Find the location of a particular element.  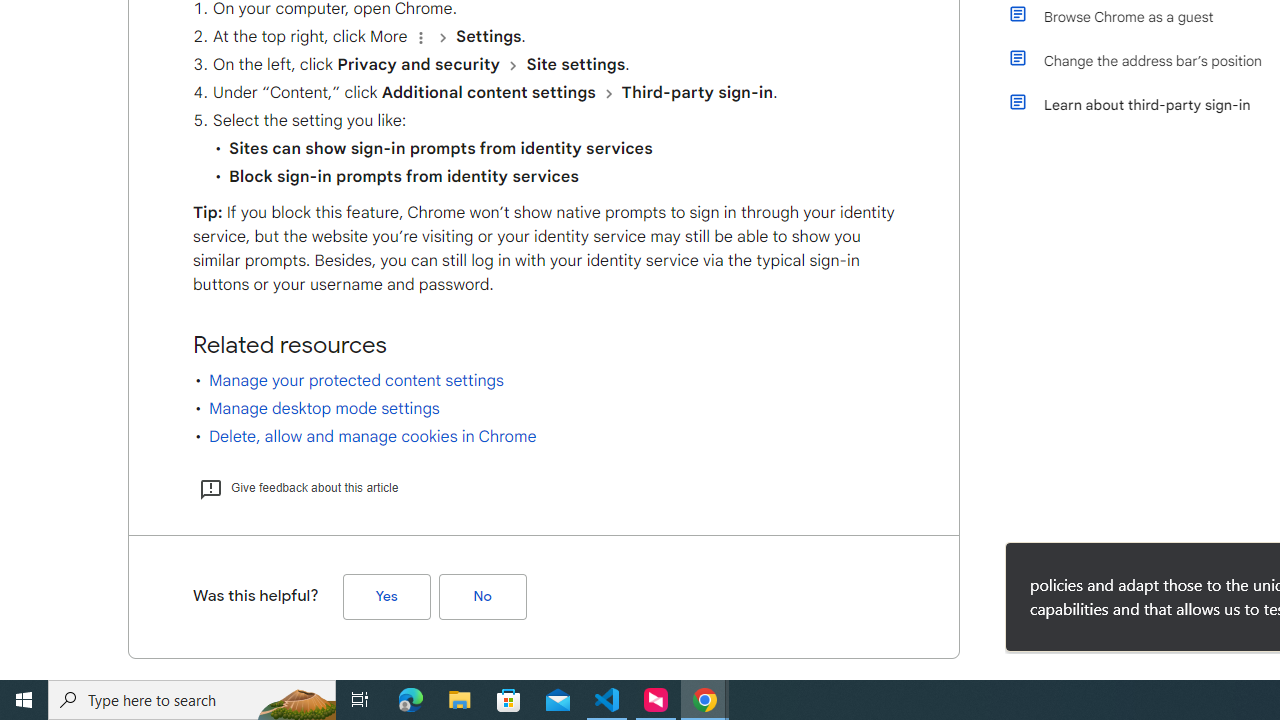

'No (Was this helpful?)' is located at coordinates (482, 595).